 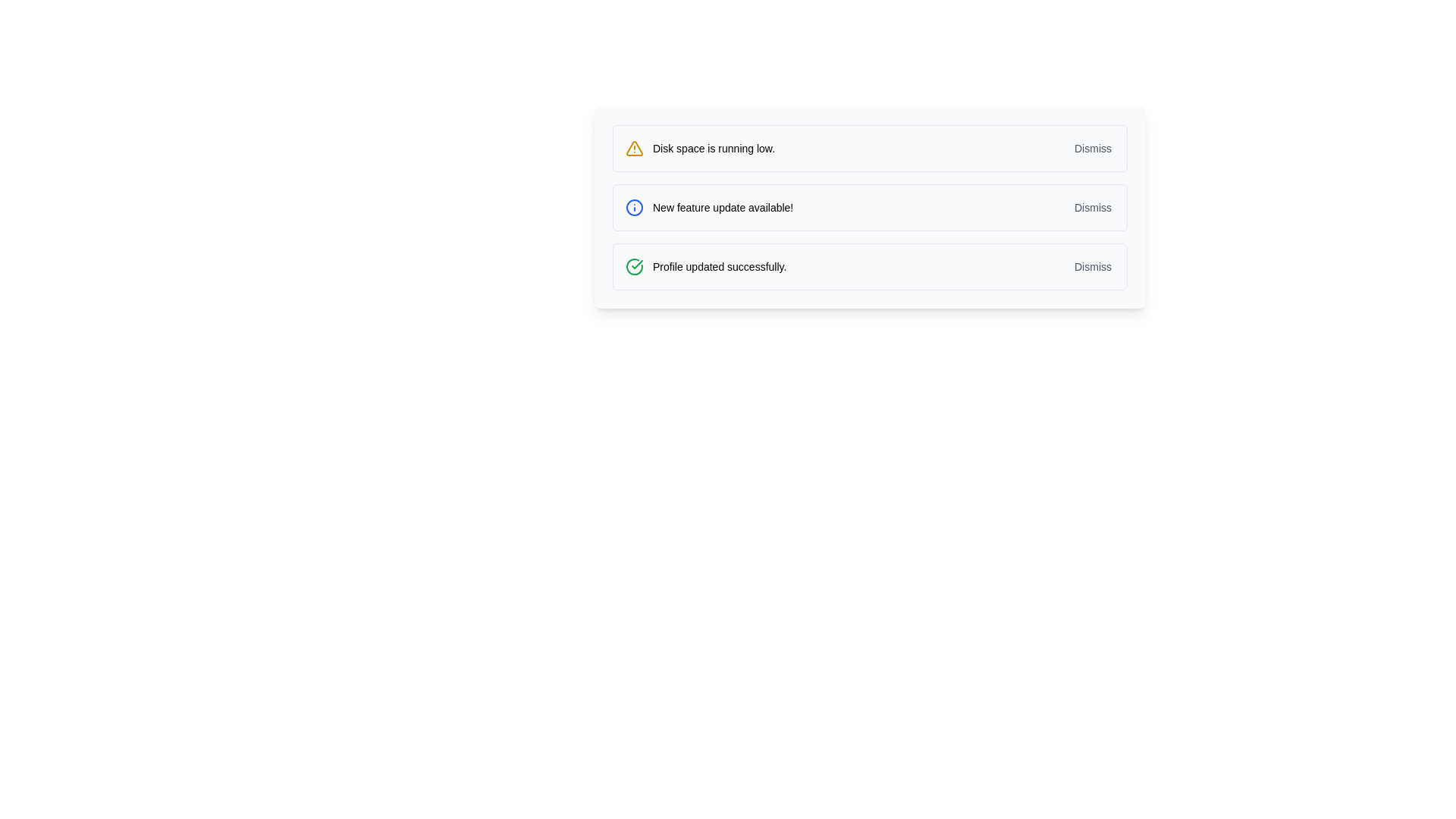 I want to click on the 'Dismiss' button on the Notification component that conveys the message 'Profile updated successfully.', so click(x=870, y=265).